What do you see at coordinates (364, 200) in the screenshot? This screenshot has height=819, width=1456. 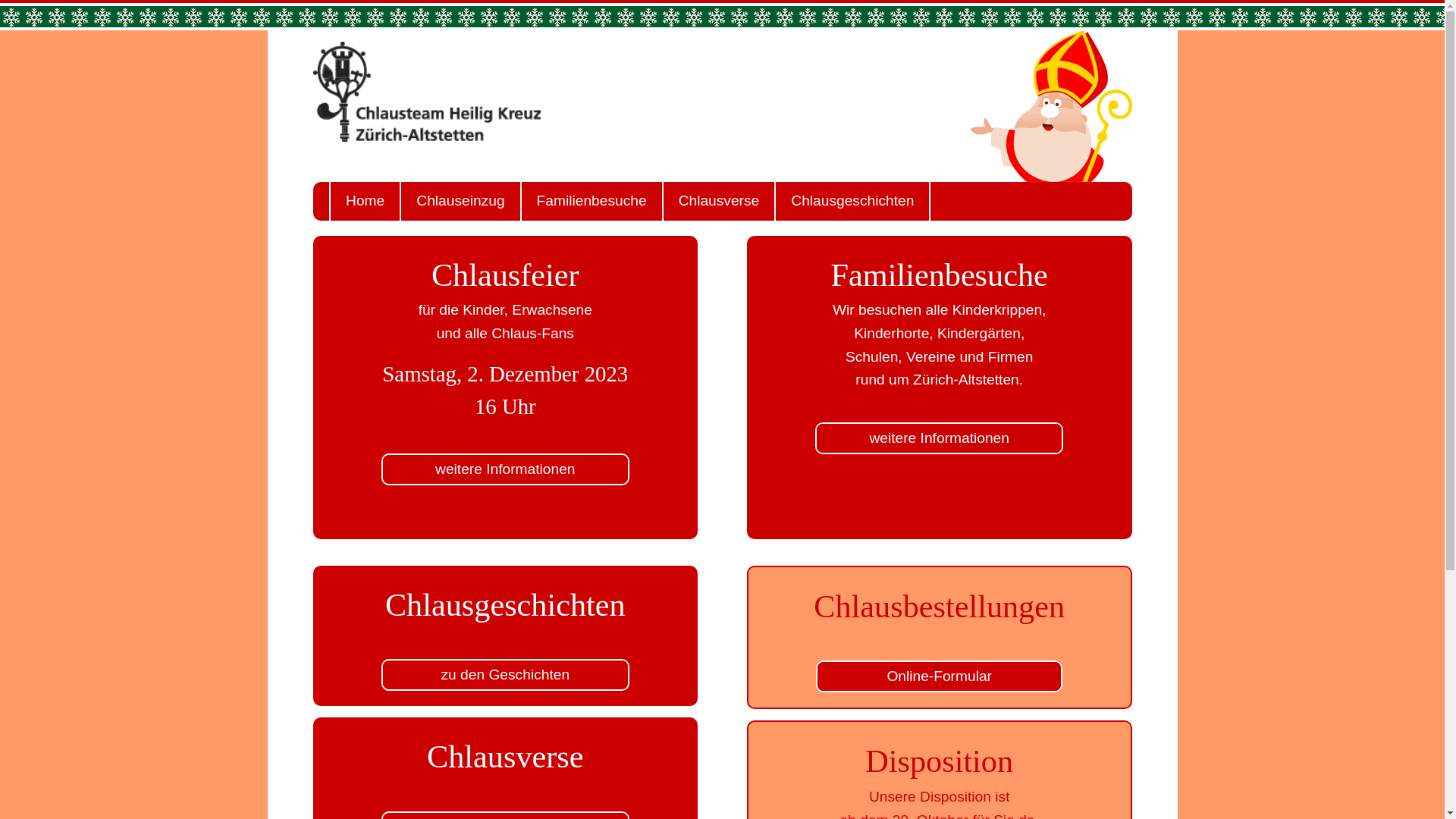 I see `'Home'` at bounding box center [364, 200].